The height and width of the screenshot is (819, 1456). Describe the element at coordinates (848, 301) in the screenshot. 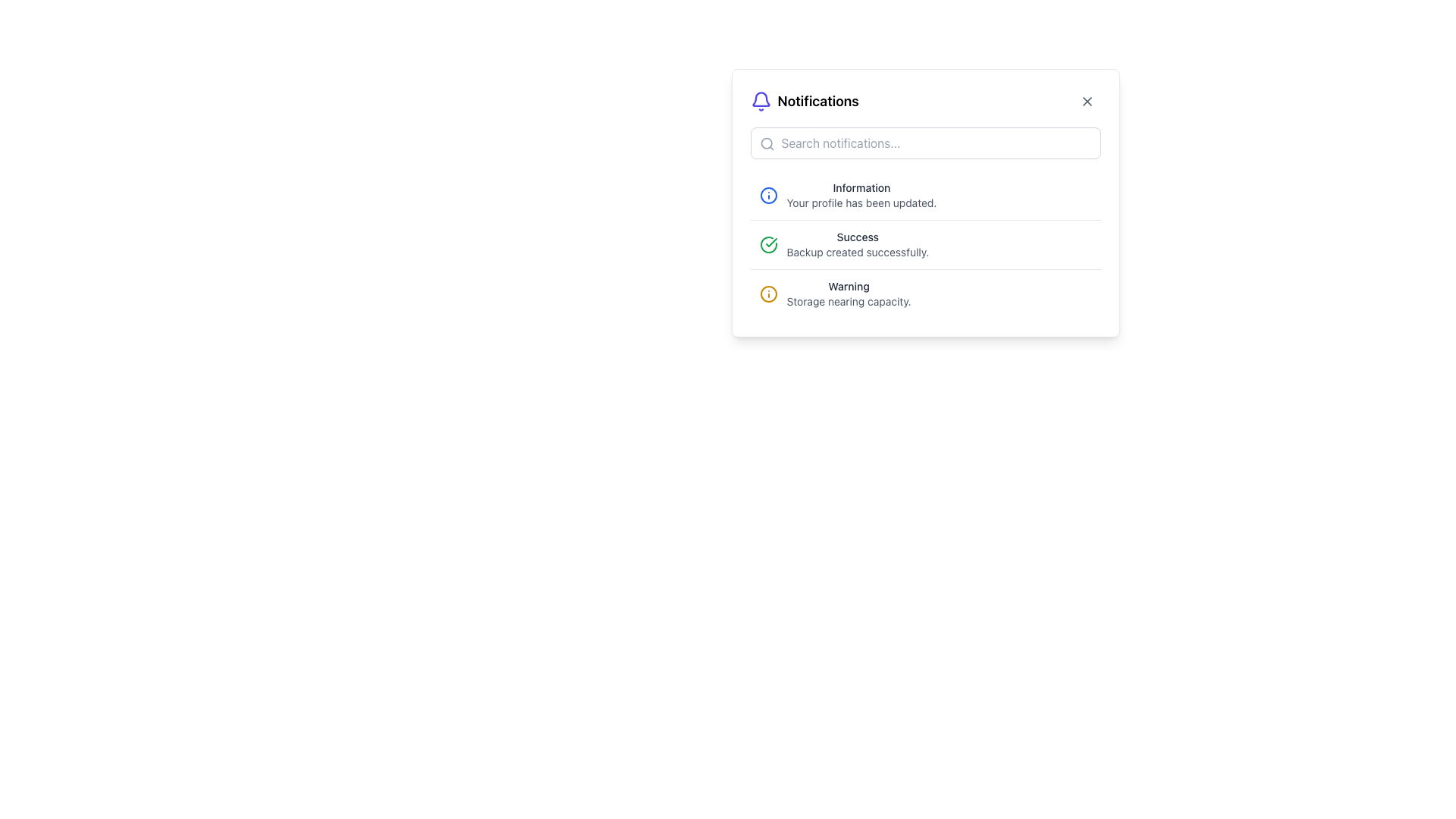

I see `the text label reading 'Storage nearing capacity.' located within the 'Warning' notification card` at that location.